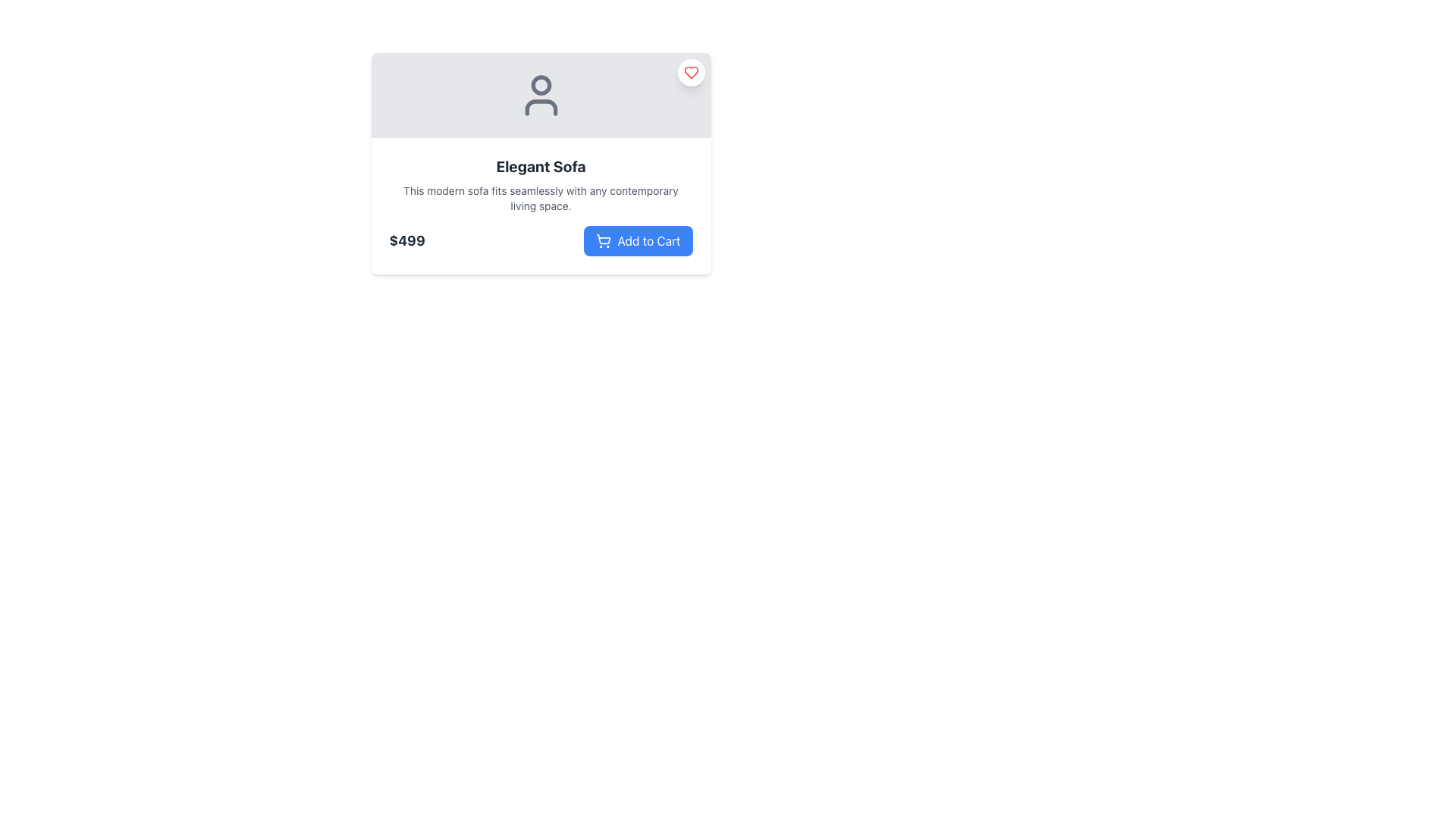 This screenshot has width=1456, height=819. Describe the element at coordinates (690, 73) in the screenshot. I see `the heart-shaped icon representing a like or favorite action` at that location.